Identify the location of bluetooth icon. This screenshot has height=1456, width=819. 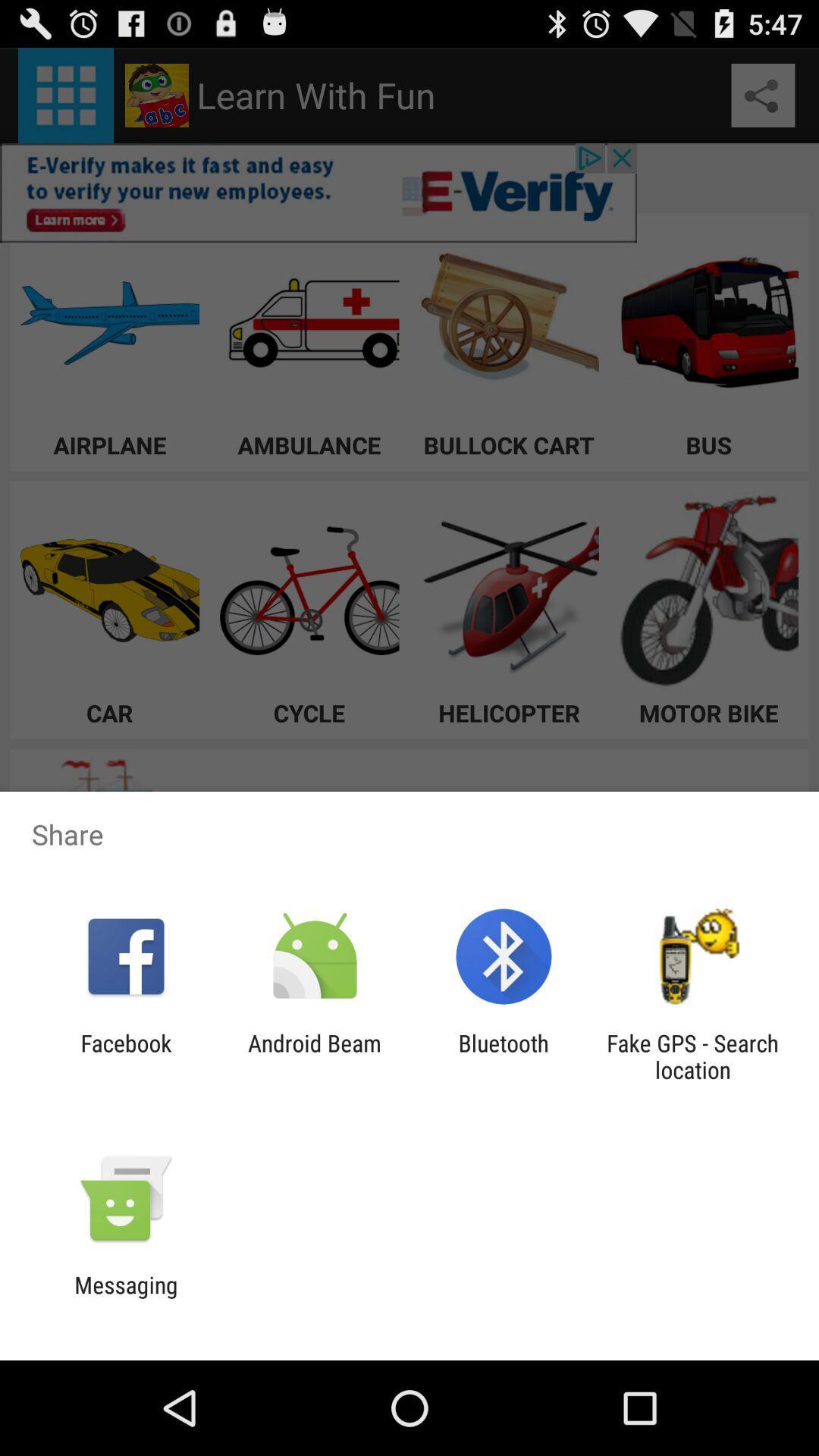
(504, 1056).